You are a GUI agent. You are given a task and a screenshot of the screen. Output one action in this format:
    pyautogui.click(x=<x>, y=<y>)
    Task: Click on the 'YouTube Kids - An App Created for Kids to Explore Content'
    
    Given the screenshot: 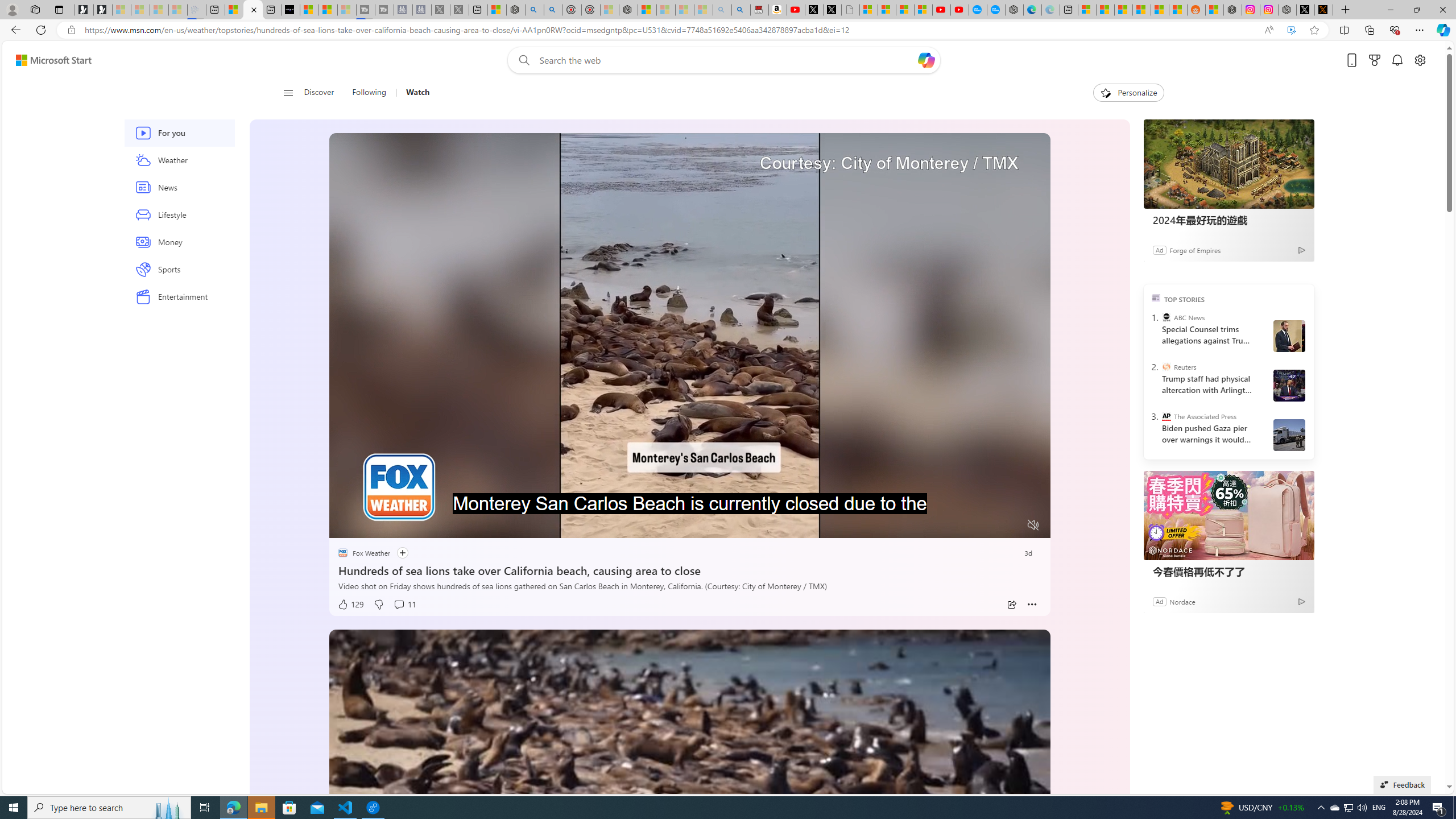 What is the action you would take?
    pyautogui.click(x=959, y=9)
    